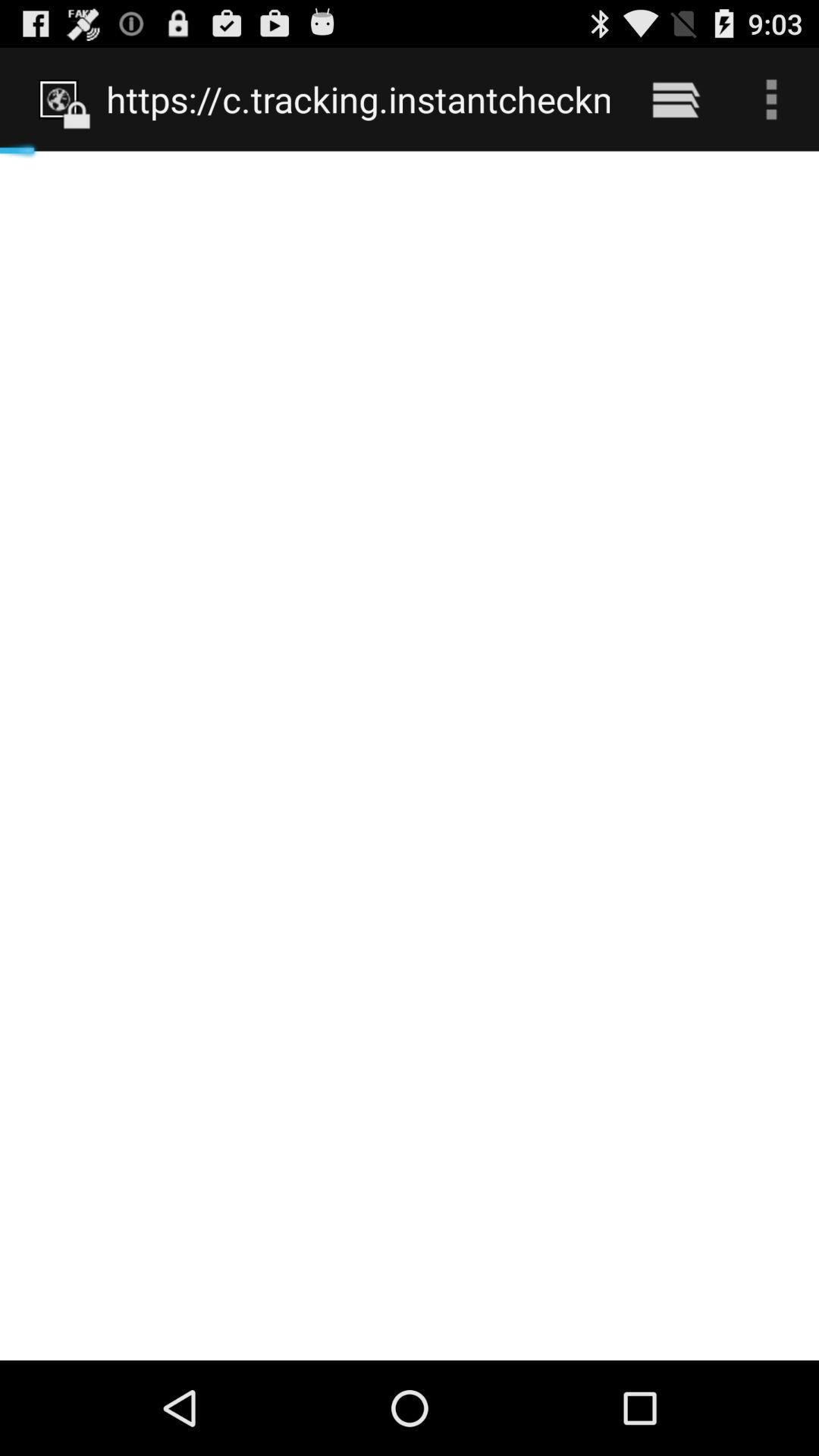 The image size is (819, 1456). What do you see at coordinates (675, 99) in the screenshot?
I see `the item to the right of https www phone item` at bounding box center [675, 99].